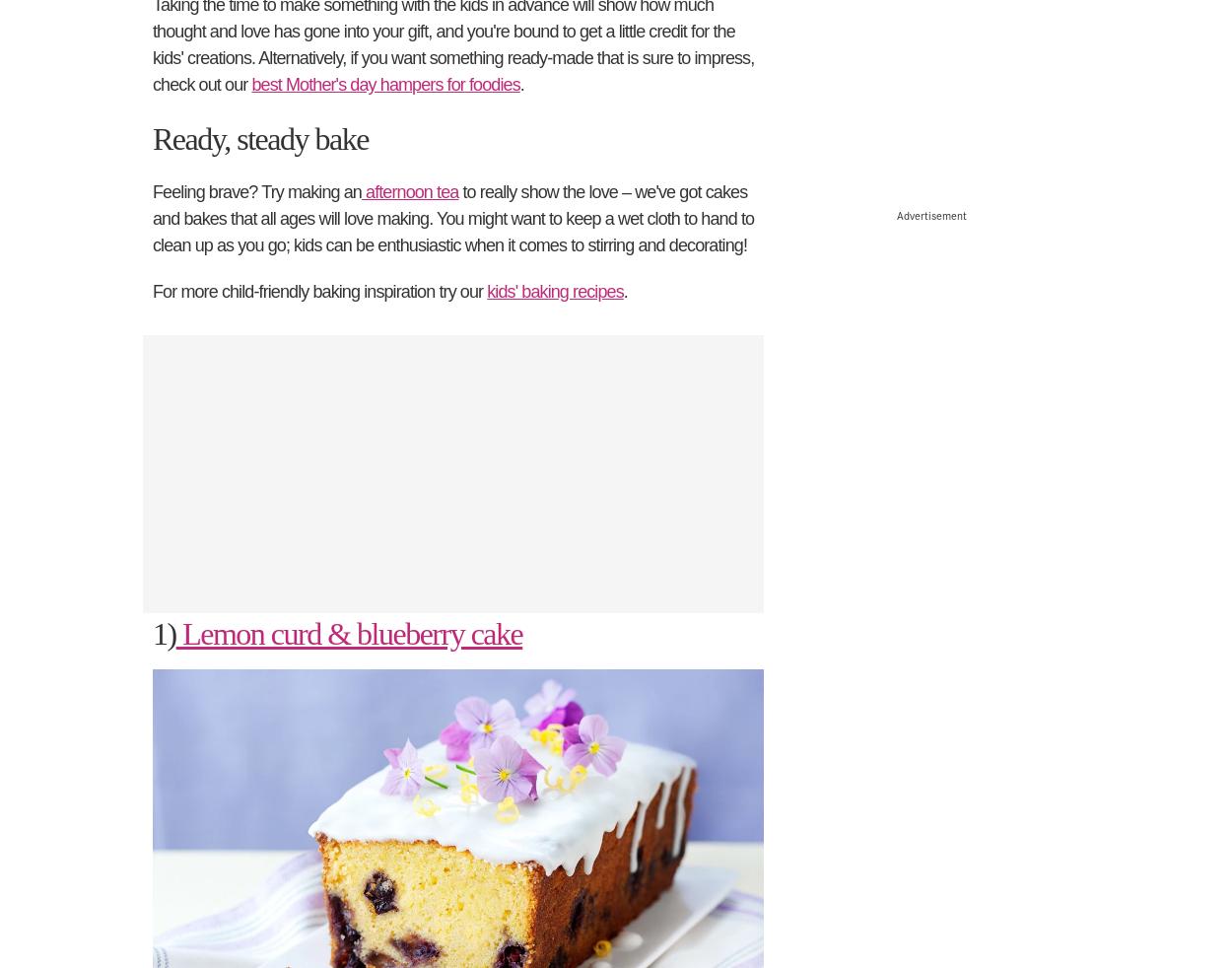 The height and width of the screenshot is (968, 1232). Describe the element at coordinates (523, 878) in the screenshot. I see `'Terms & Conditions'` at that location.